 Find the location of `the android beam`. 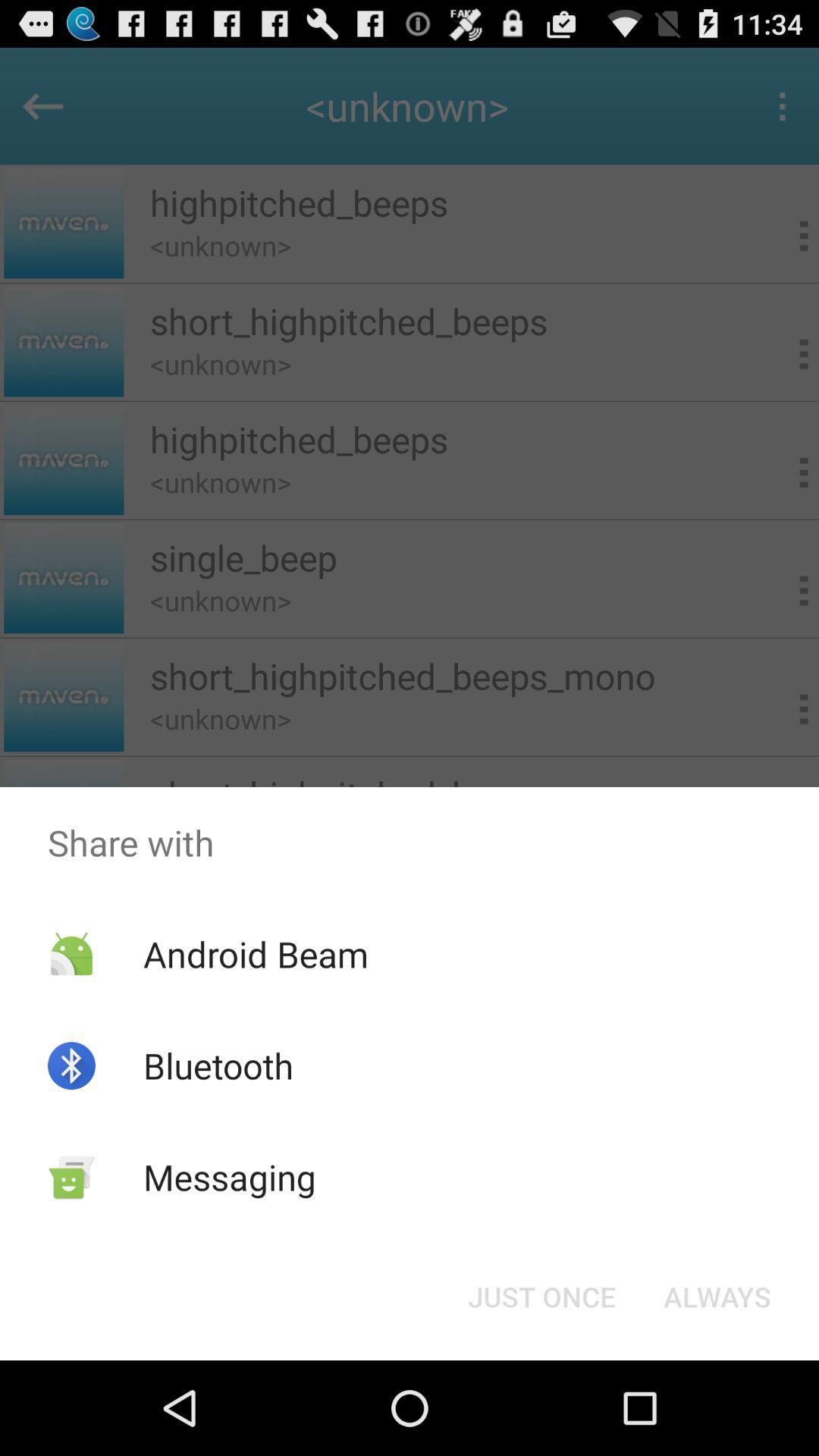

the android beam is located at coordinates (255, 953).